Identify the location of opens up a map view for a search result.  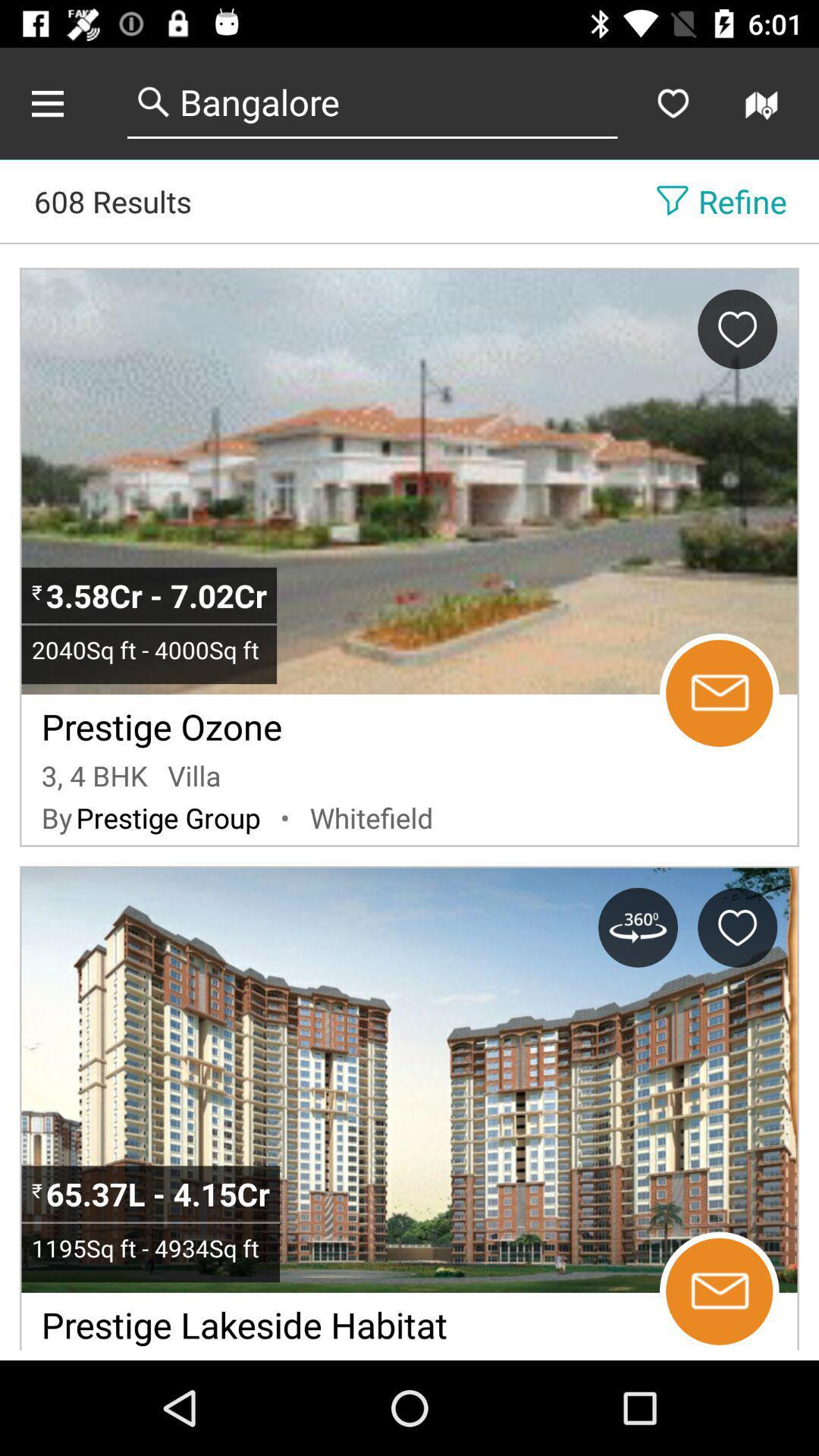
(764, 102).